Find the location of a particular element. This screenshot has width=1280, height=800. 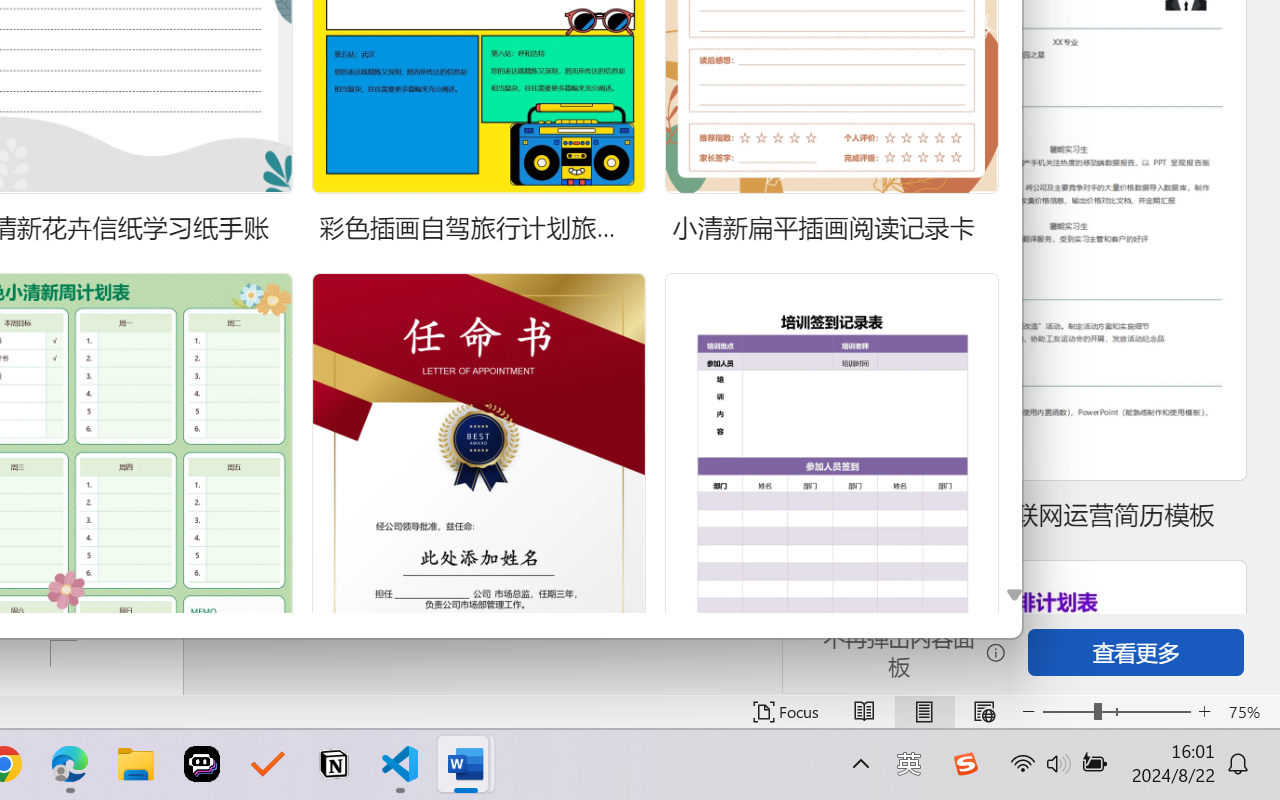

'Notion' is located at coordinates (334, 764).